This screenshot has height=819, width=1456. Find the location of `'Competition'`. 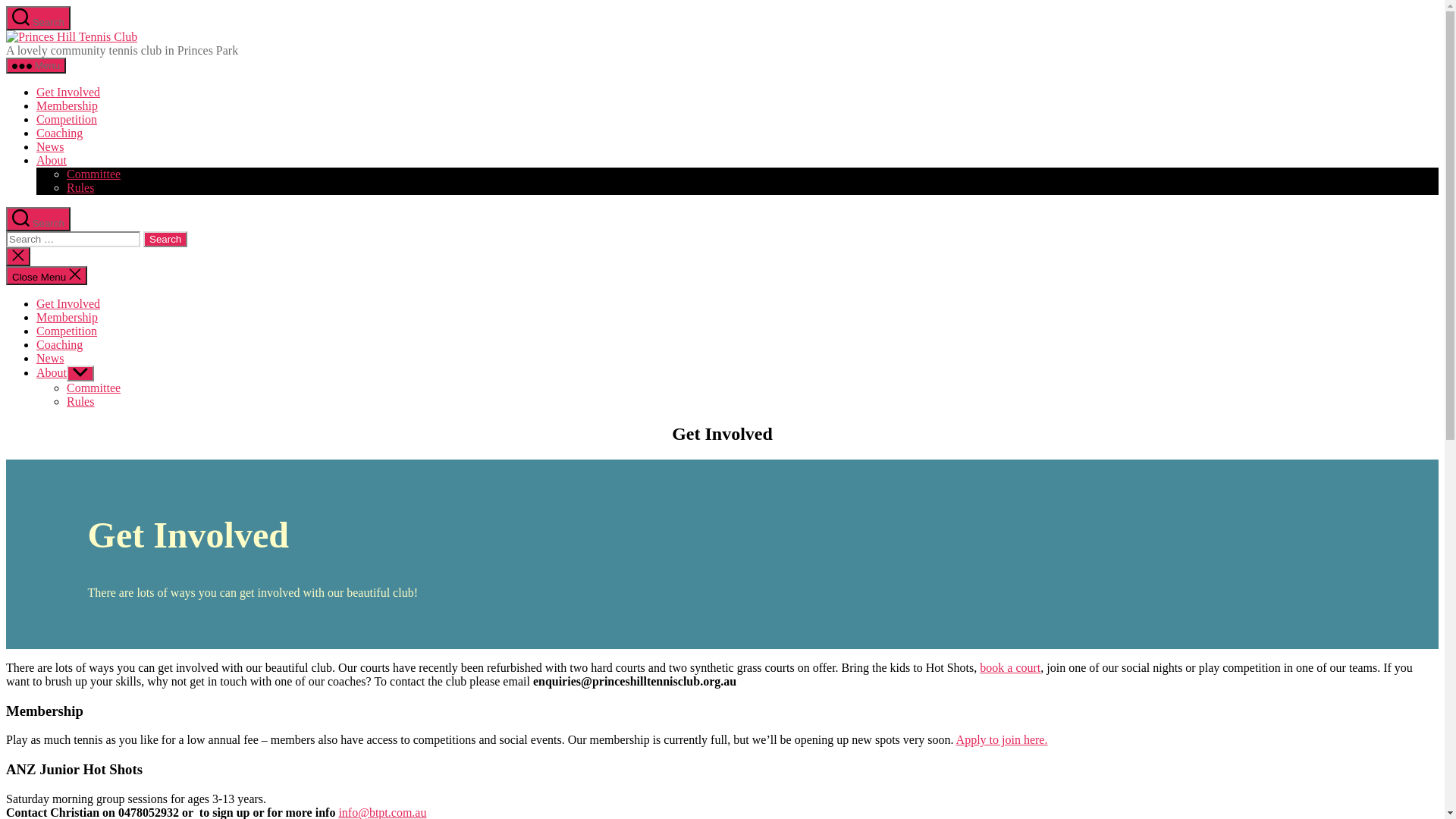

'Competition' is located at coordinates (65, 118).